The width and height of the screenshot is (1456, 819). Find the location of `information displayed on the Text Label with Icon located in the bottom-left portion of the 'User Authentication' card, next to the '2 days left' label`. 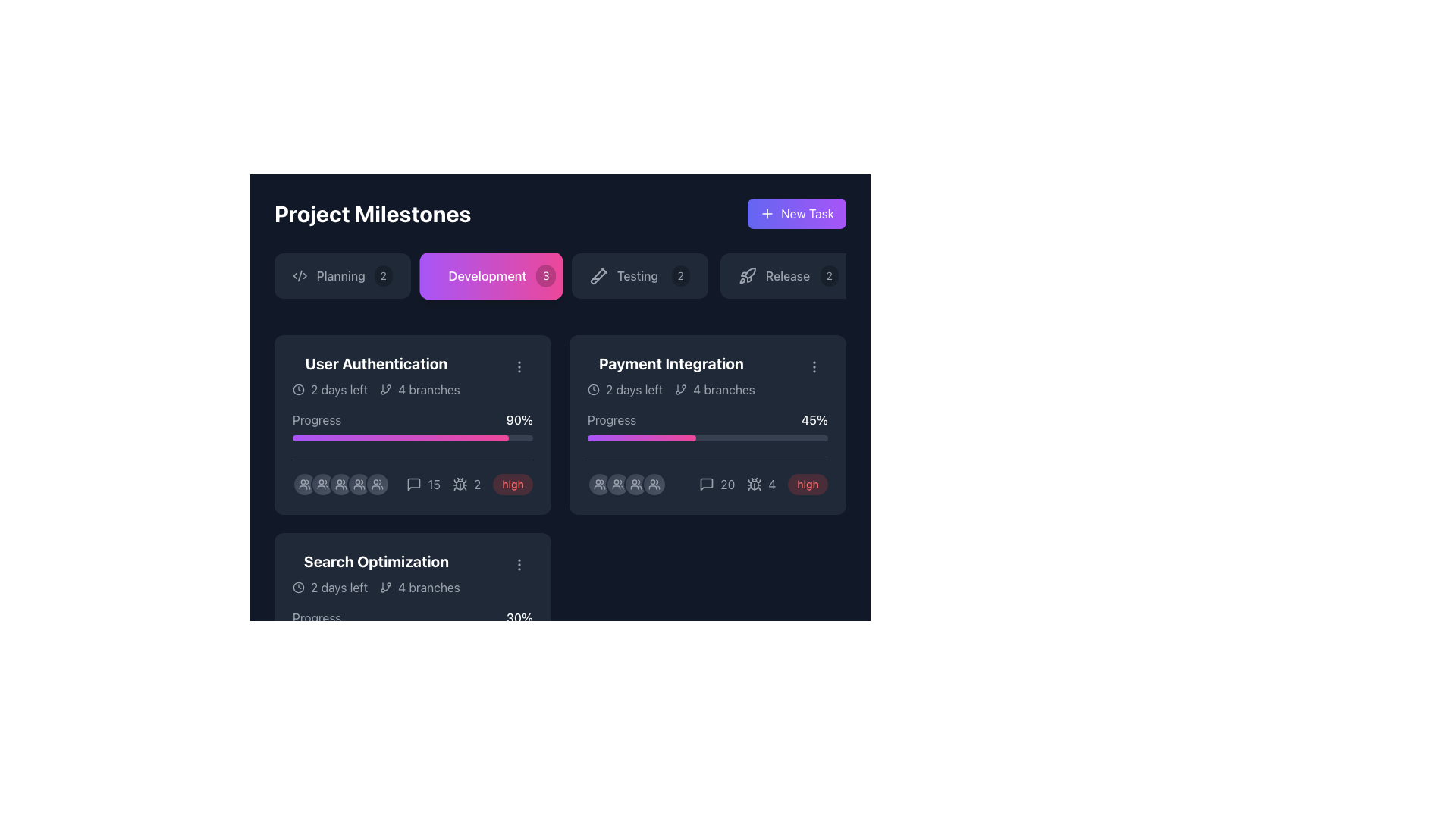

information displayed on the Text Label with Icon located in the bottom-left portion of the 'User Authentication' card, next to the '2 days left' label is located at coordinates (419, 388).